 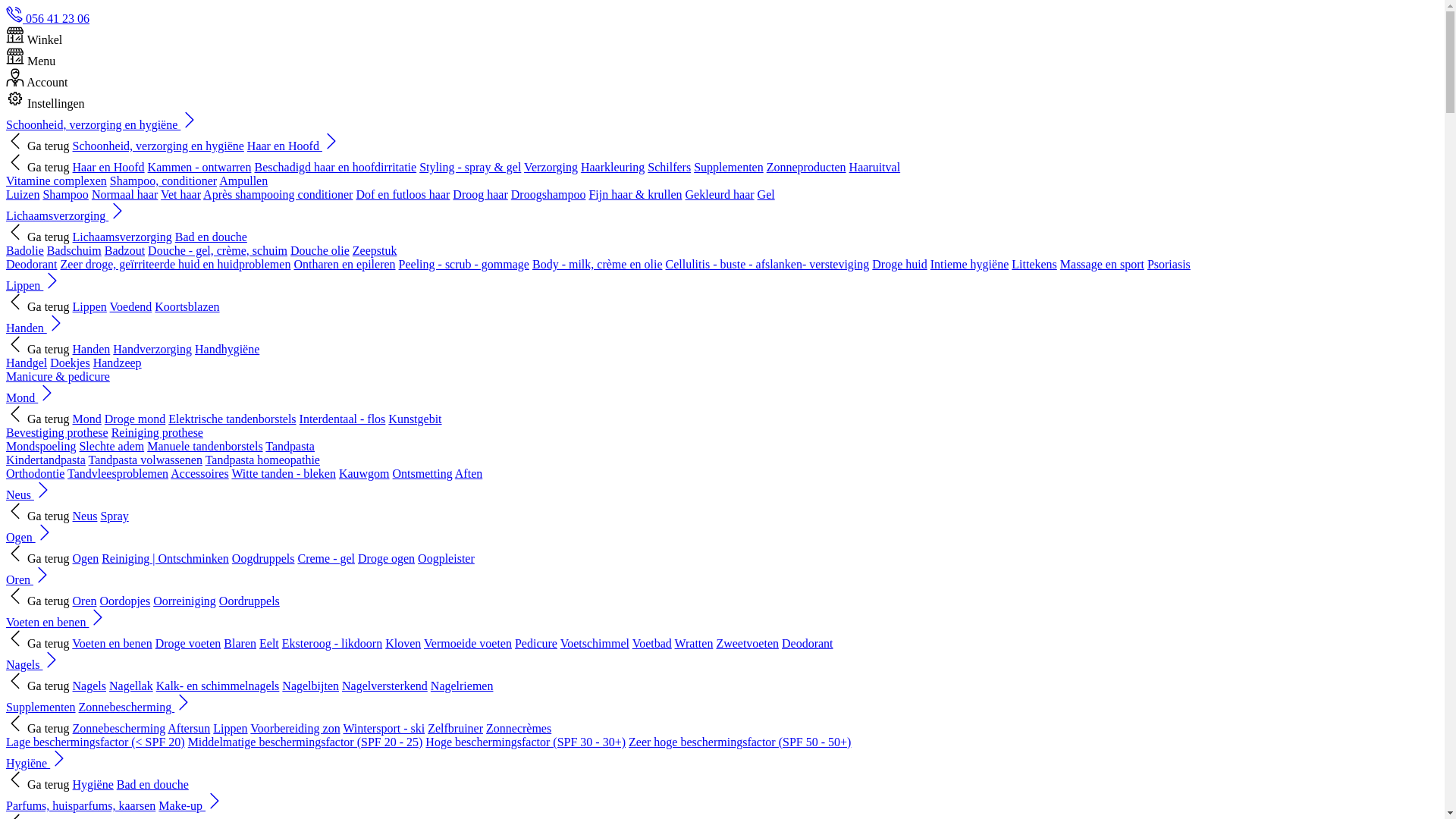 I want to click on 'Oogdruppels', so click(x=263, y=558).